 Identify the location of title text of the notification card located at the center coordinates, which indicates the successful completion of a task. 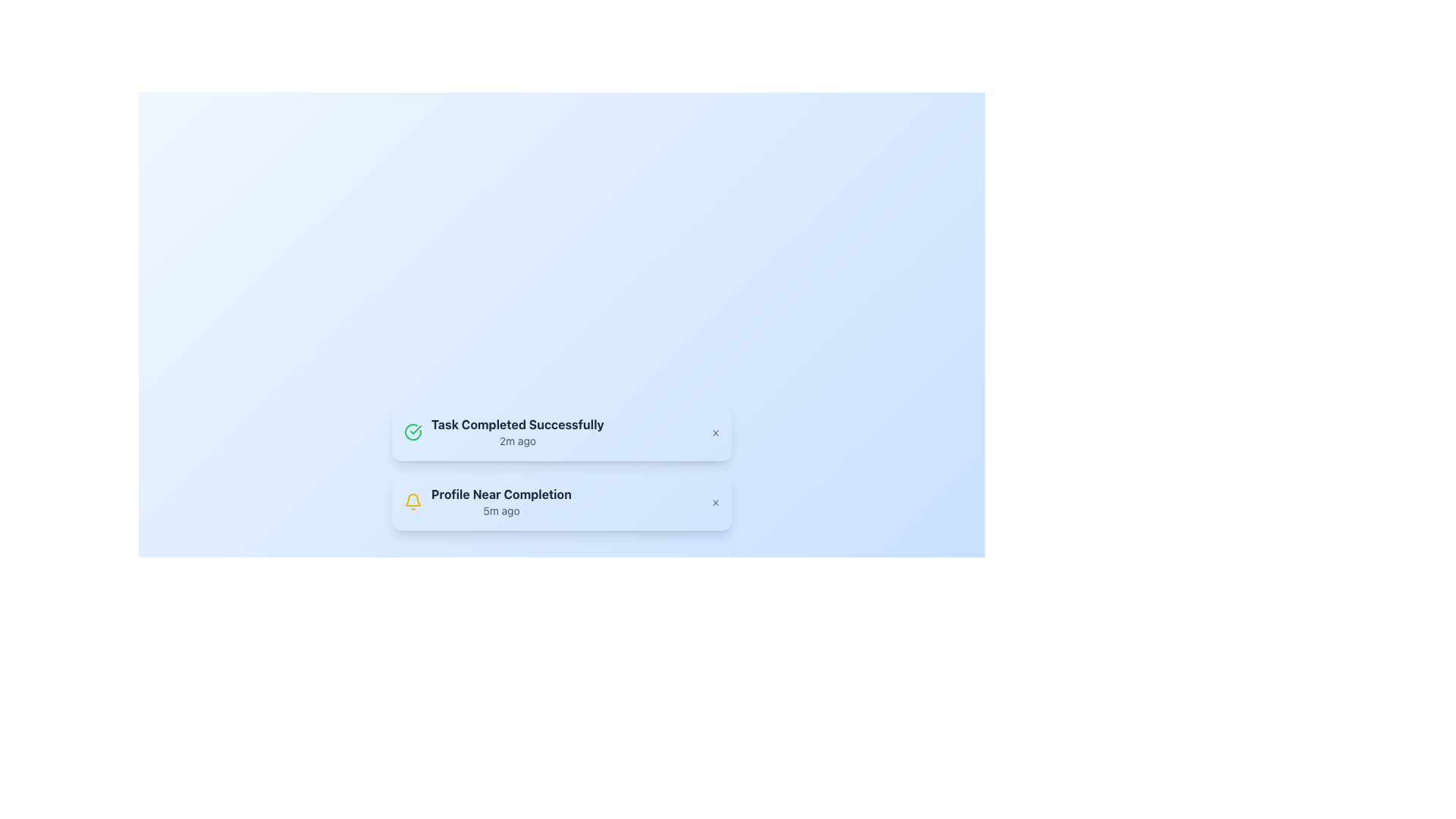
(517, 424).